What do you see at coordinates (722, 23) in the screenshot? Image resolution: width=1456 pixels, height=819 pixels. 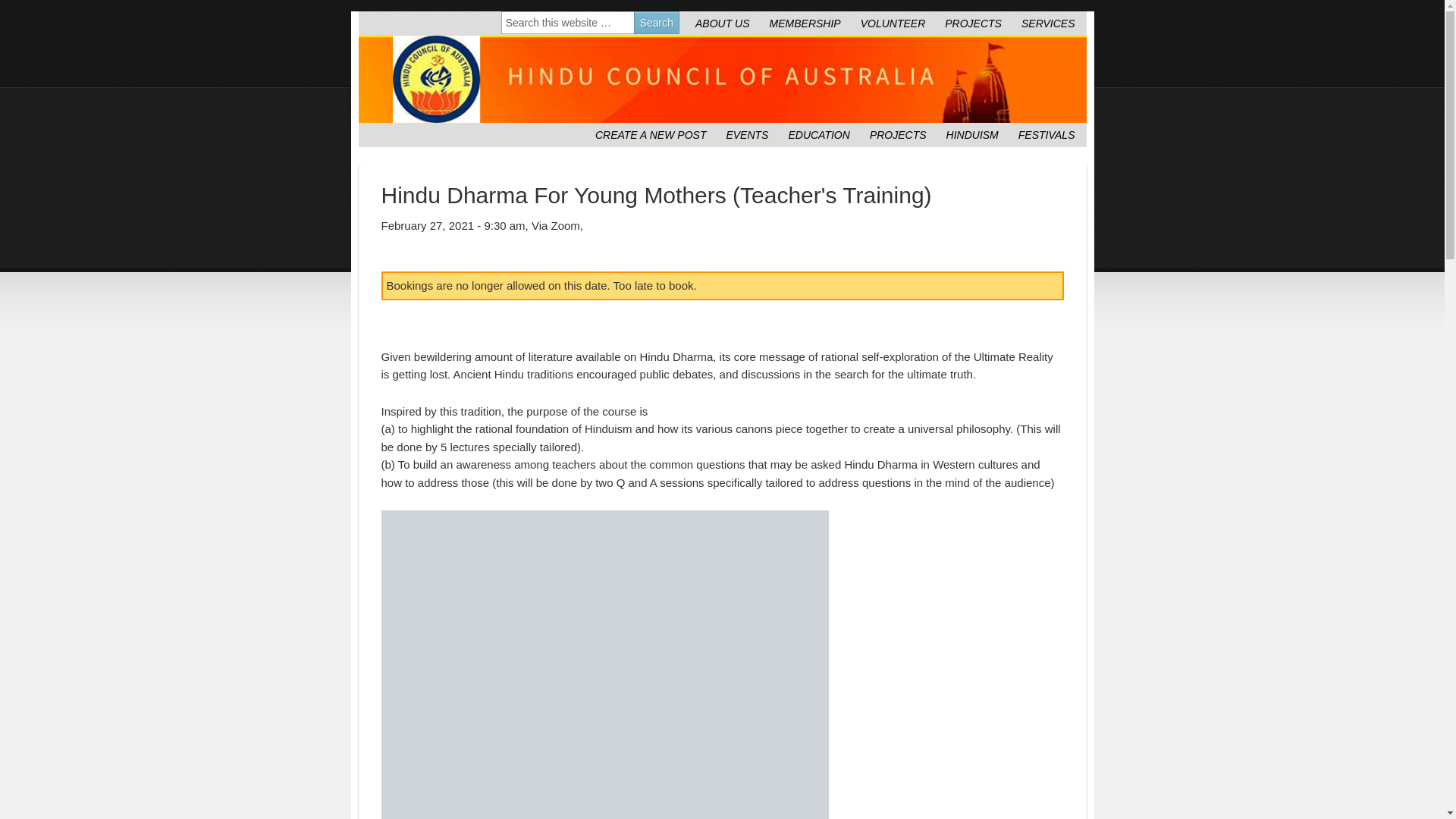 I see `'ABOUT US'` at bounding box center [722, 23].